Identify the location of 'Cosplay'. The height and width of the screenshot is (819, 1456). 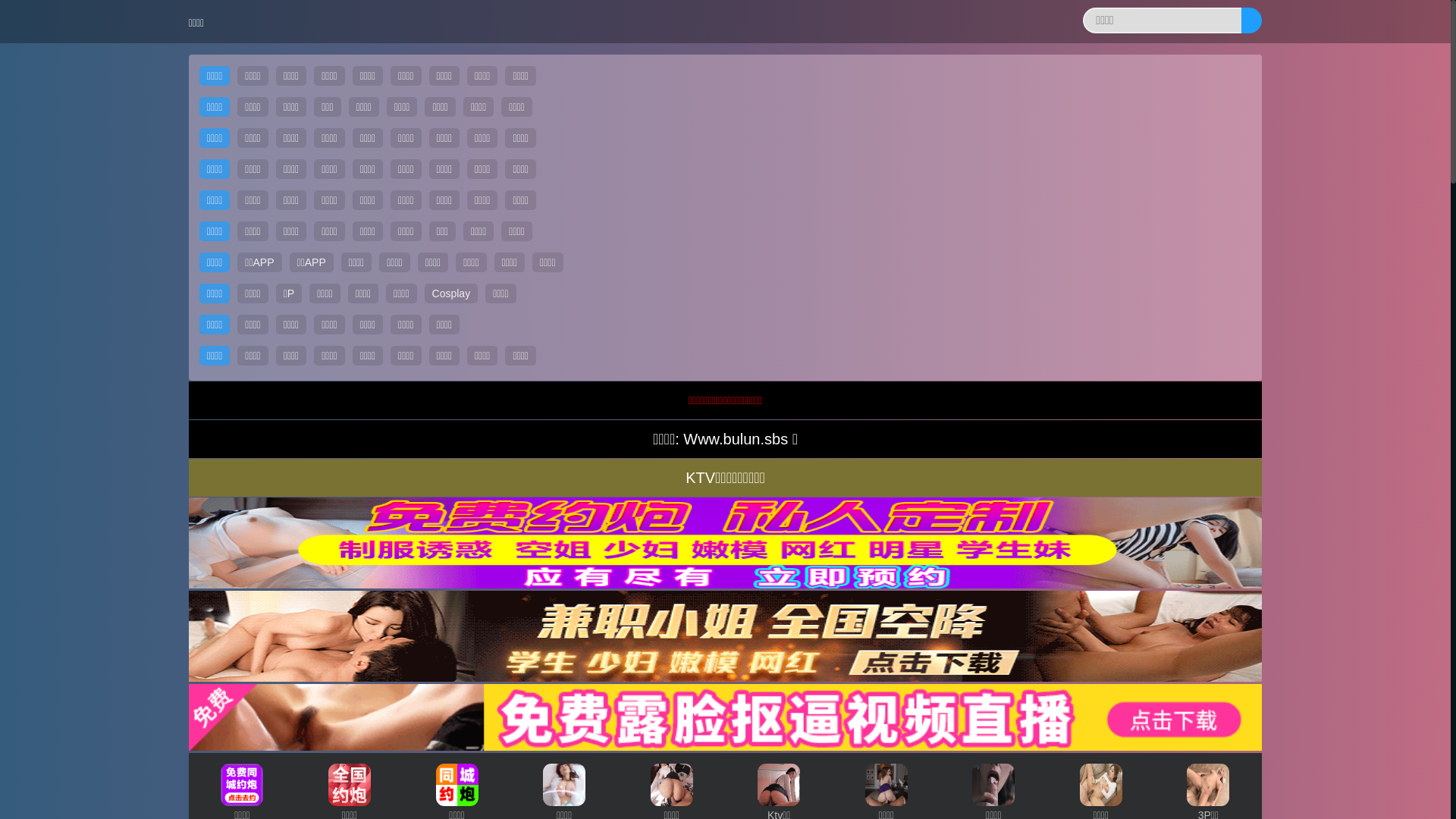
(450, 293).